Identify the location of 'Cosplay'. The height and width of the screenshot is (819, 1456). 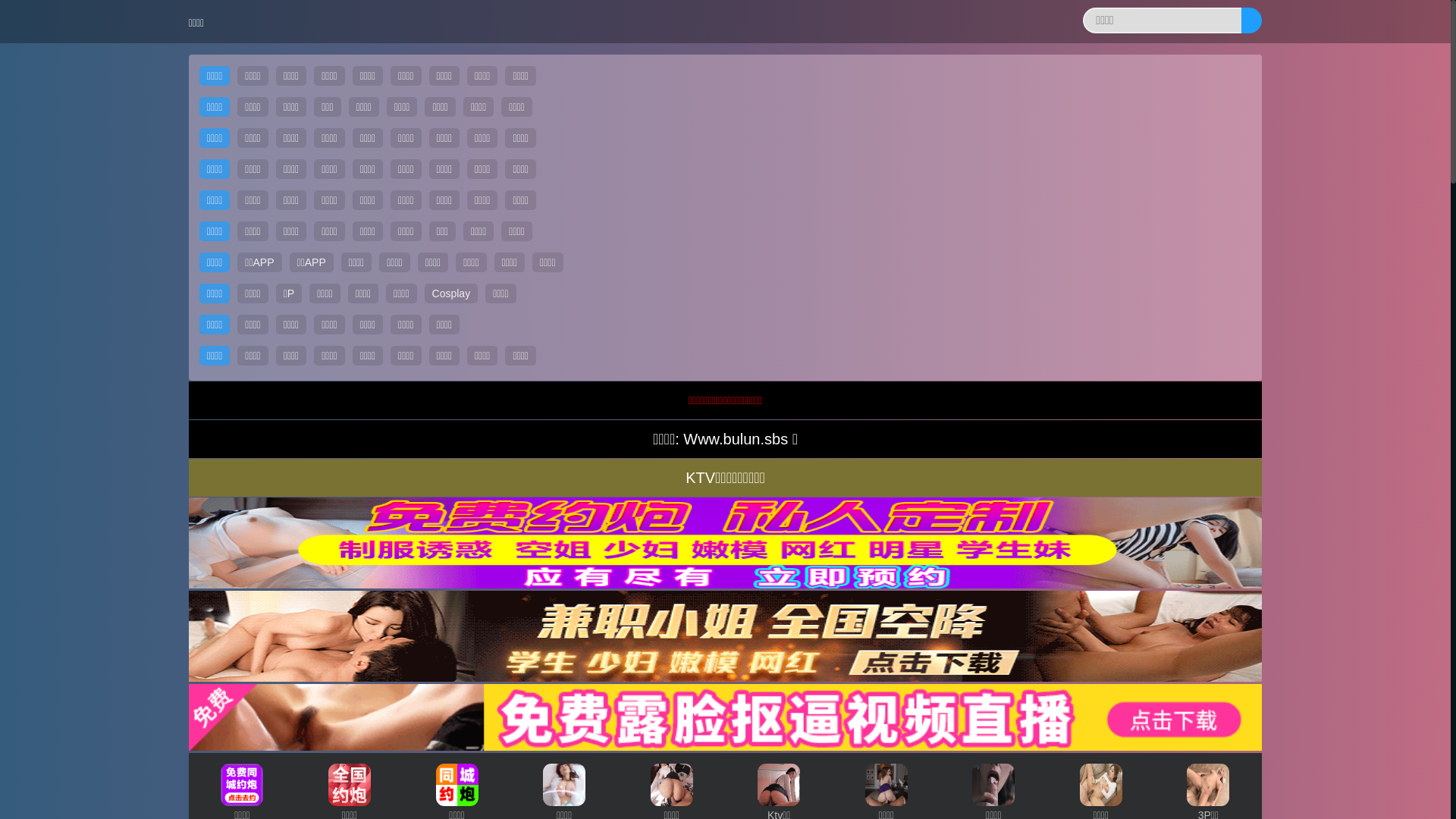
(450, 293).